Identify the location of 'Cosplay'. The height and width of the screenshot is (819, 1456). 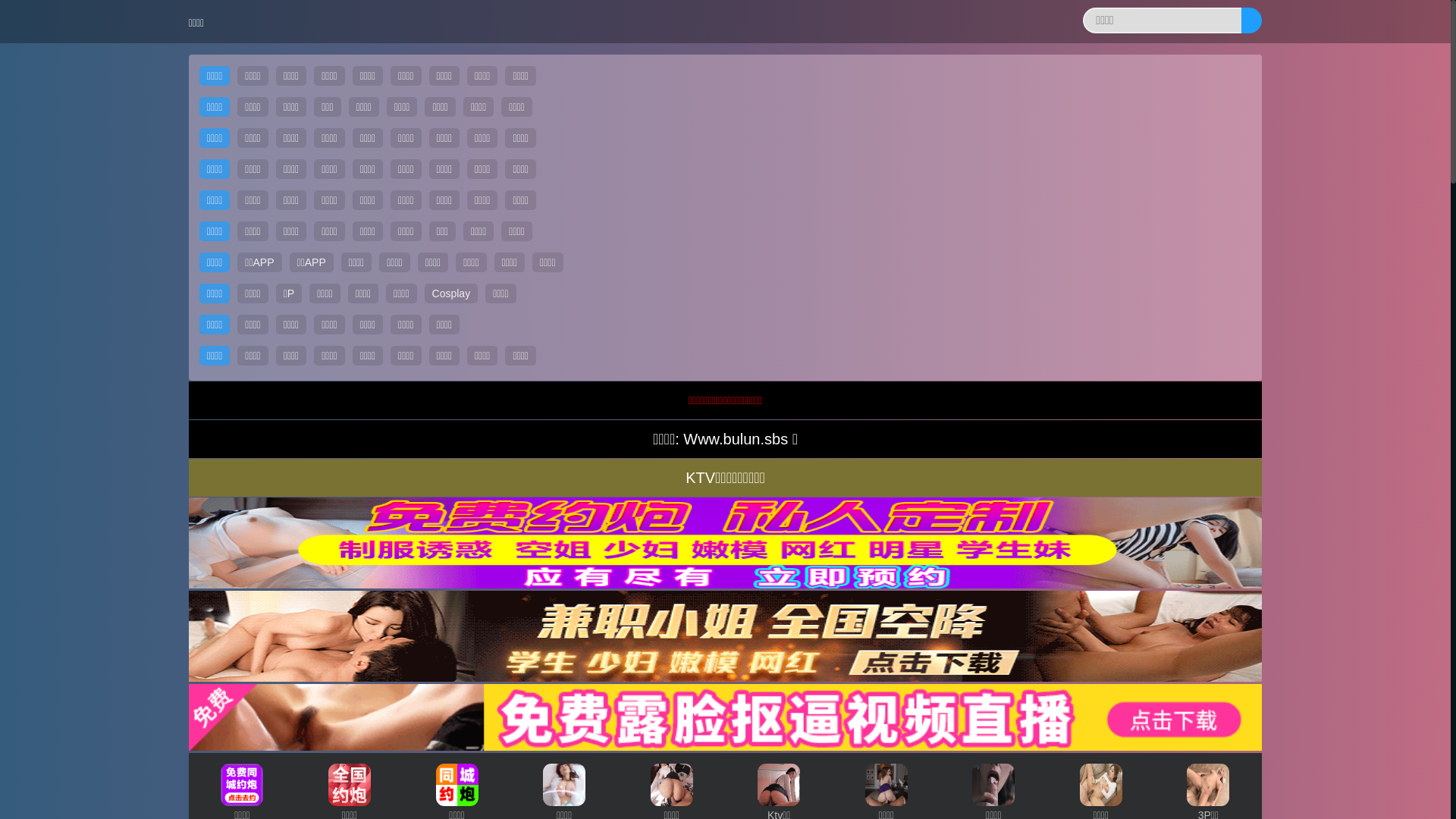
(450, 293).